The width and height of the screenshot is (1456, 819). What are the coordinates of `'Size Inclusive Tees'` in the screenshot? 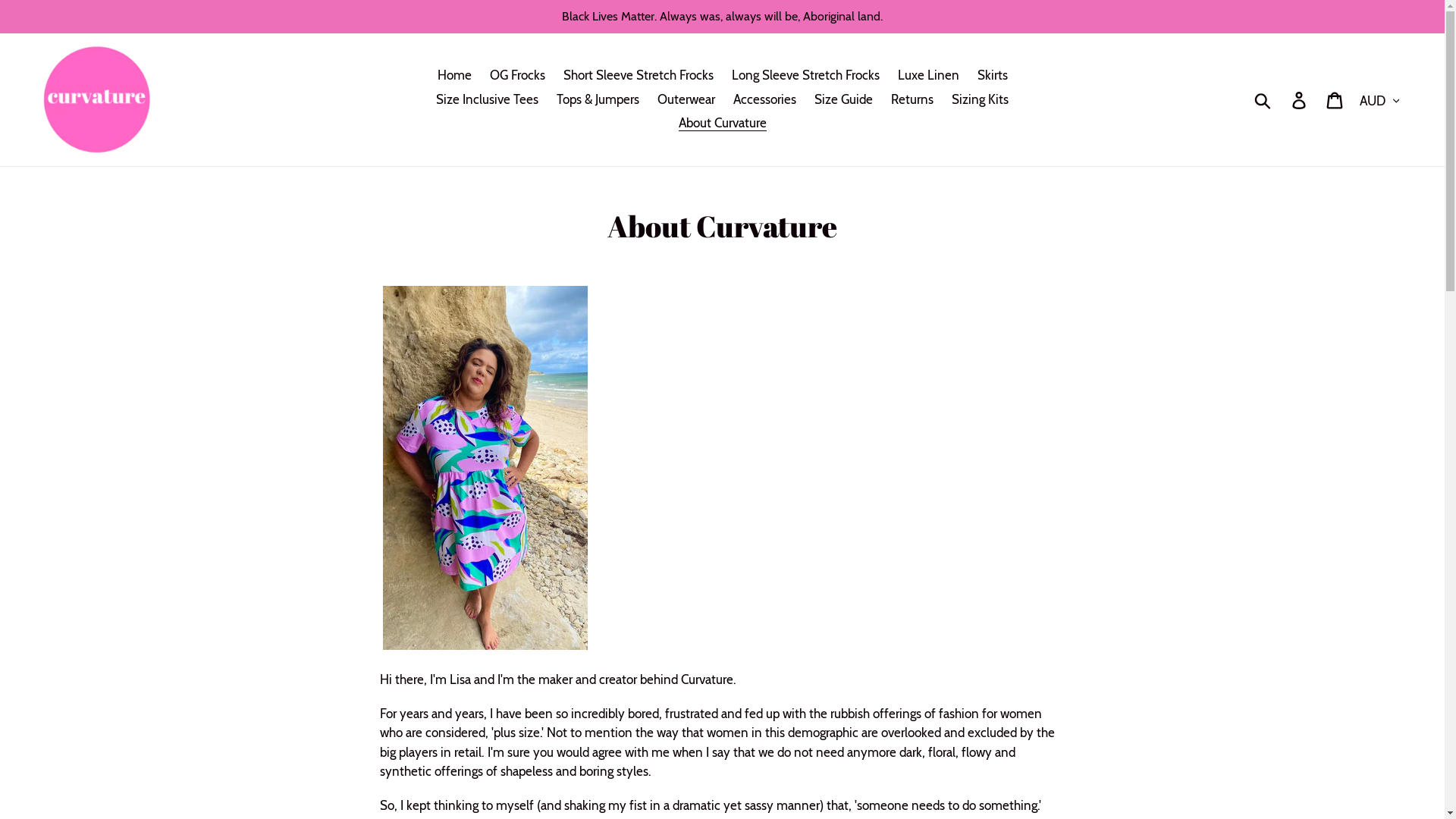 It's located at (487, 99).